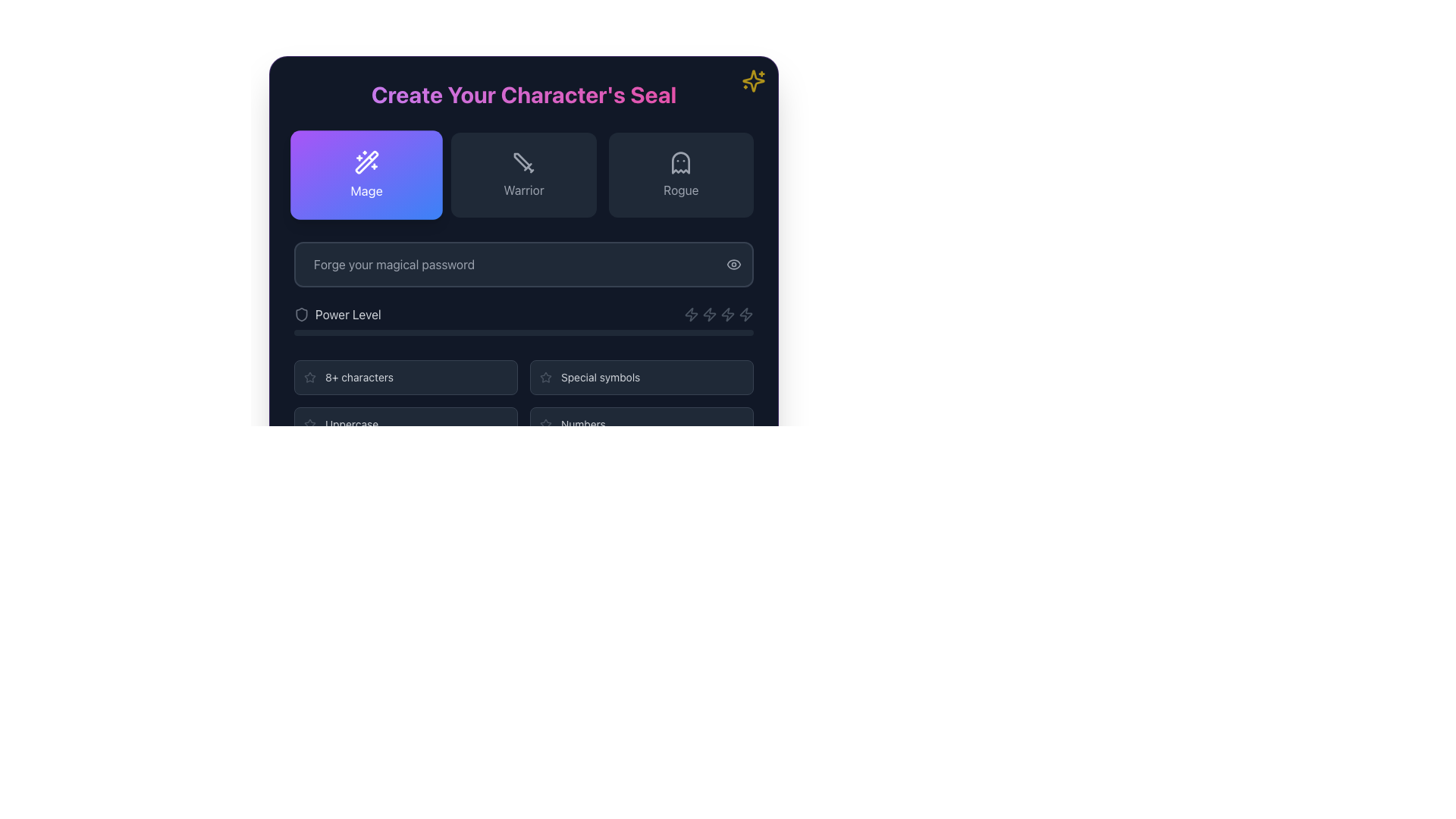  I want to click on text of the static display item indicating the requirement of including uppercase letters in the password creation context, located in the bottom-left corner of a grid layout as the third element in the first column, so click(406, 424).